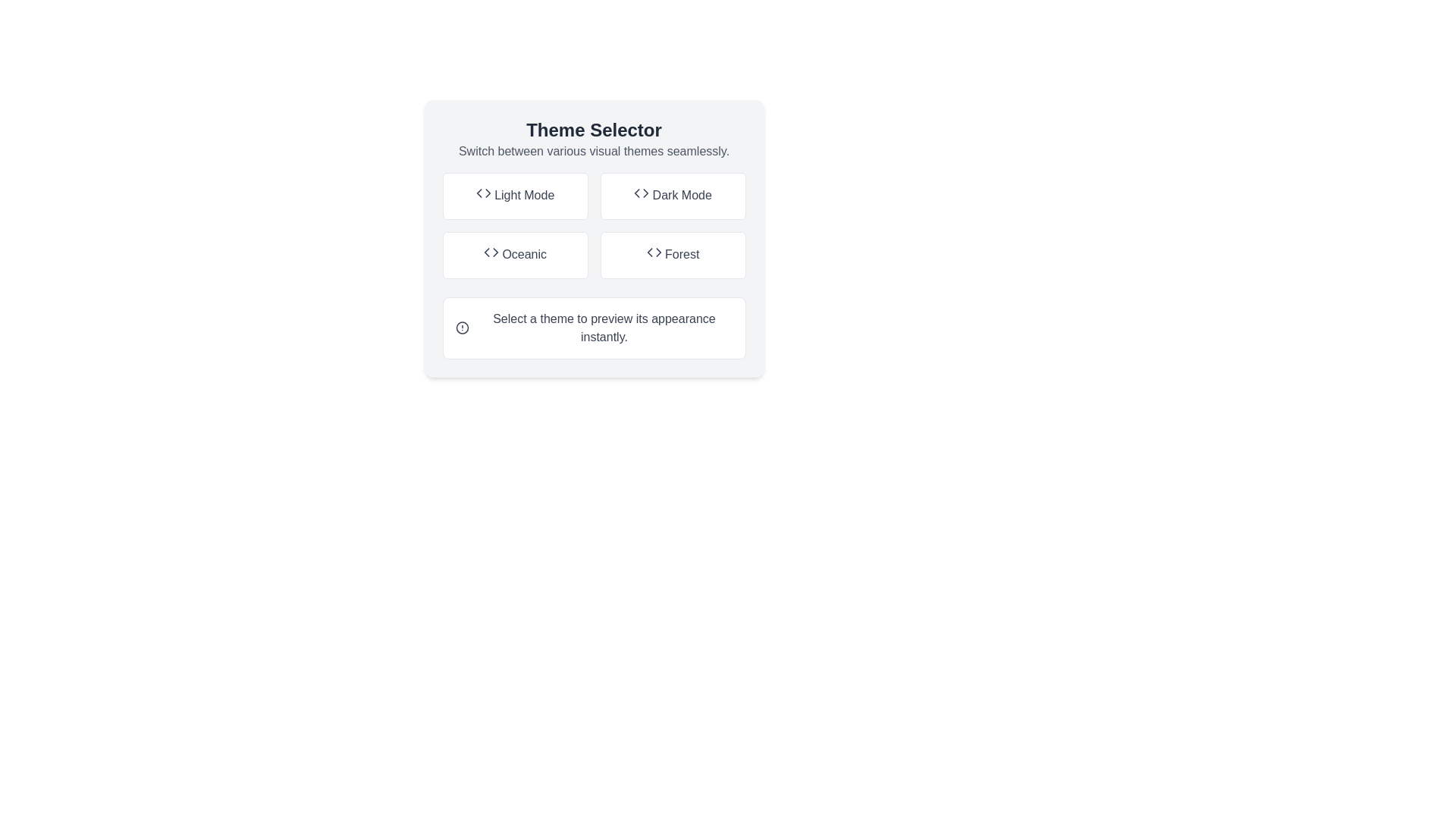  What do you see at coordinates (515, 254) in the screenshot?
I see `the 'Oceanic' theme selection button located in the second row of the grid layout within the 'Theme Selector' section for keyboard navigation` at bounding box center [515, 254].